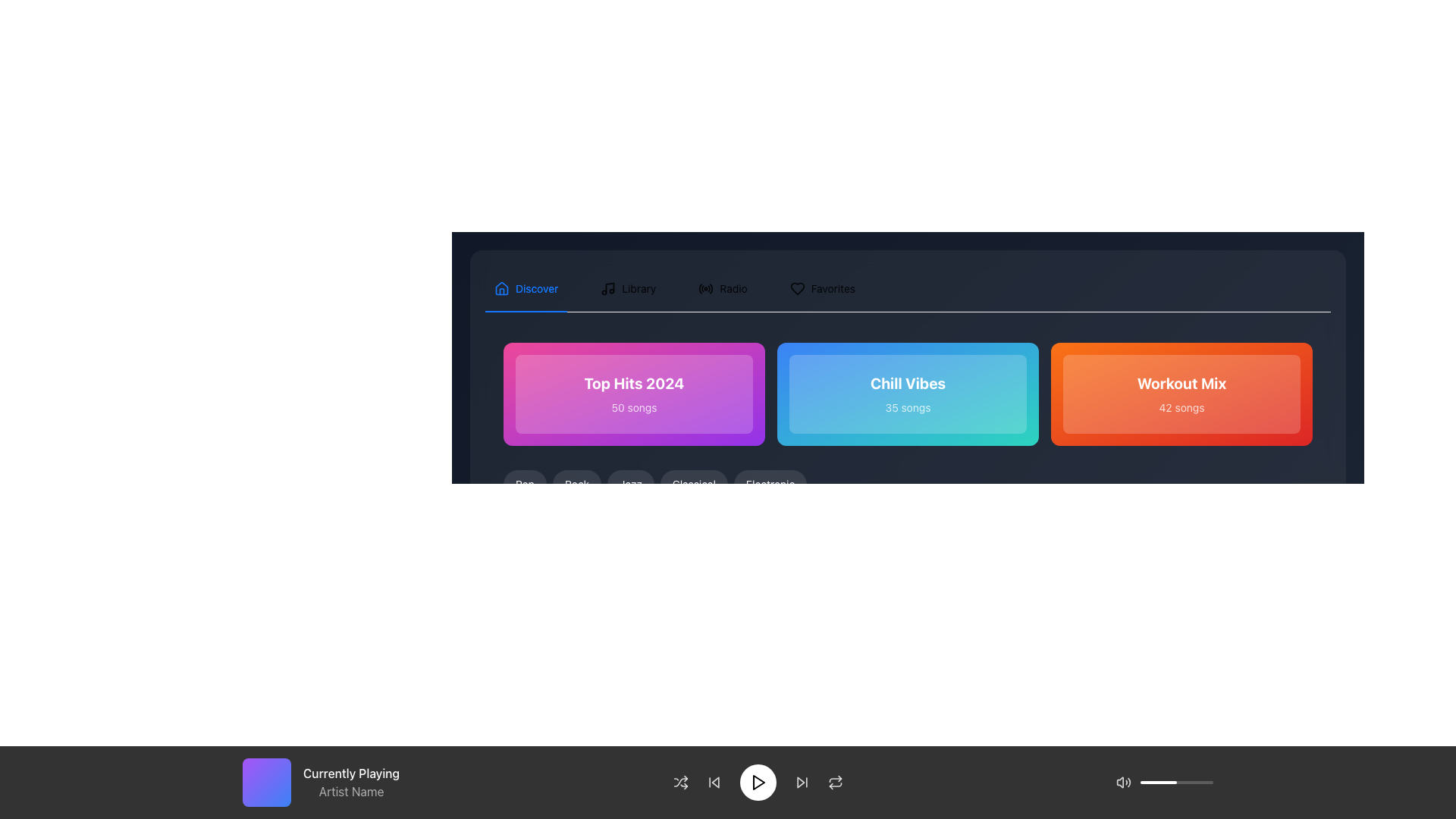 This screenshot has height=819, width=1456. Describe the element at coordinates (576, 485) in the screenshot. I see `the 'Rock' genre button, which is the second button in a horizontal list of five buttons including 'Pop', 'Rock', 'Jazz', 'Classical', and 'Electronic'` at that location.